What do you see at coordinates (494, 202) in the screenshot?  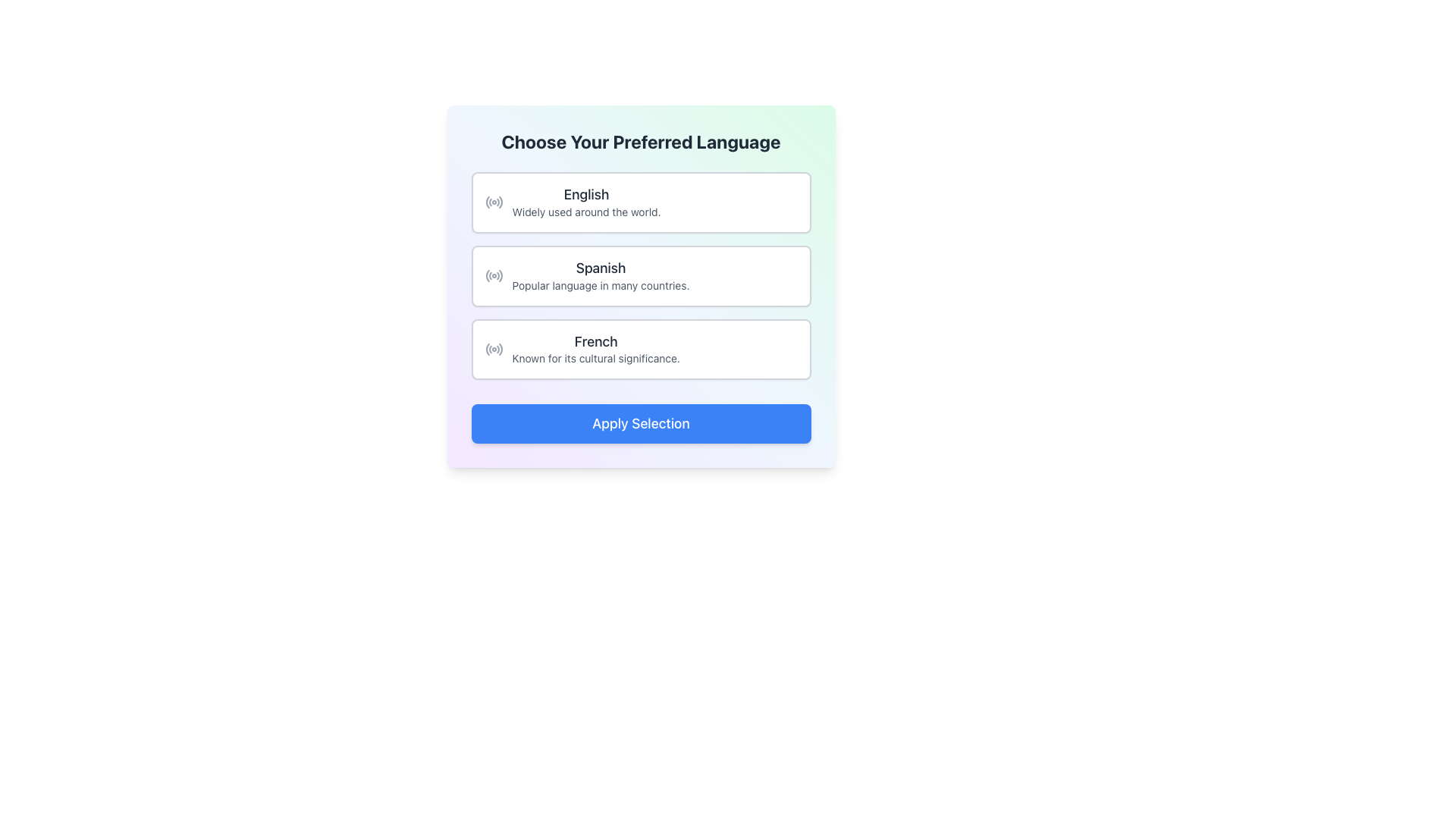 I see `the graphical icon resembling a radio signal, styled in muted gray, located to the left of the text 'English'` at bounding box center [494, 202].